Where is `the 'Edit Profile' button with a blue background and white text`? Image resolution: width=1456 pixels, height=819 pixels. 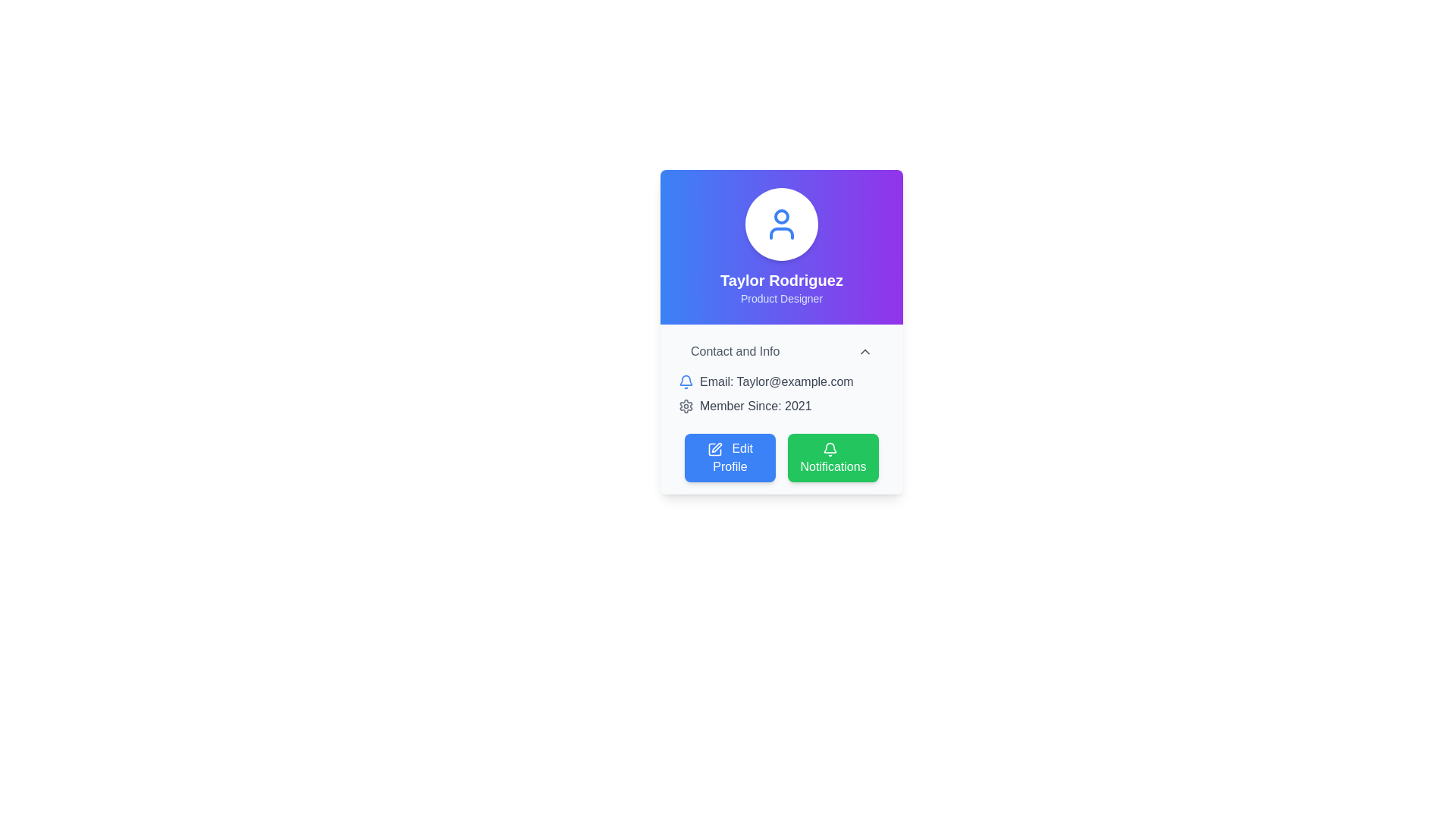 the 'Edit Profile' button with a blue background and white text is located at coordinates (730, 457).